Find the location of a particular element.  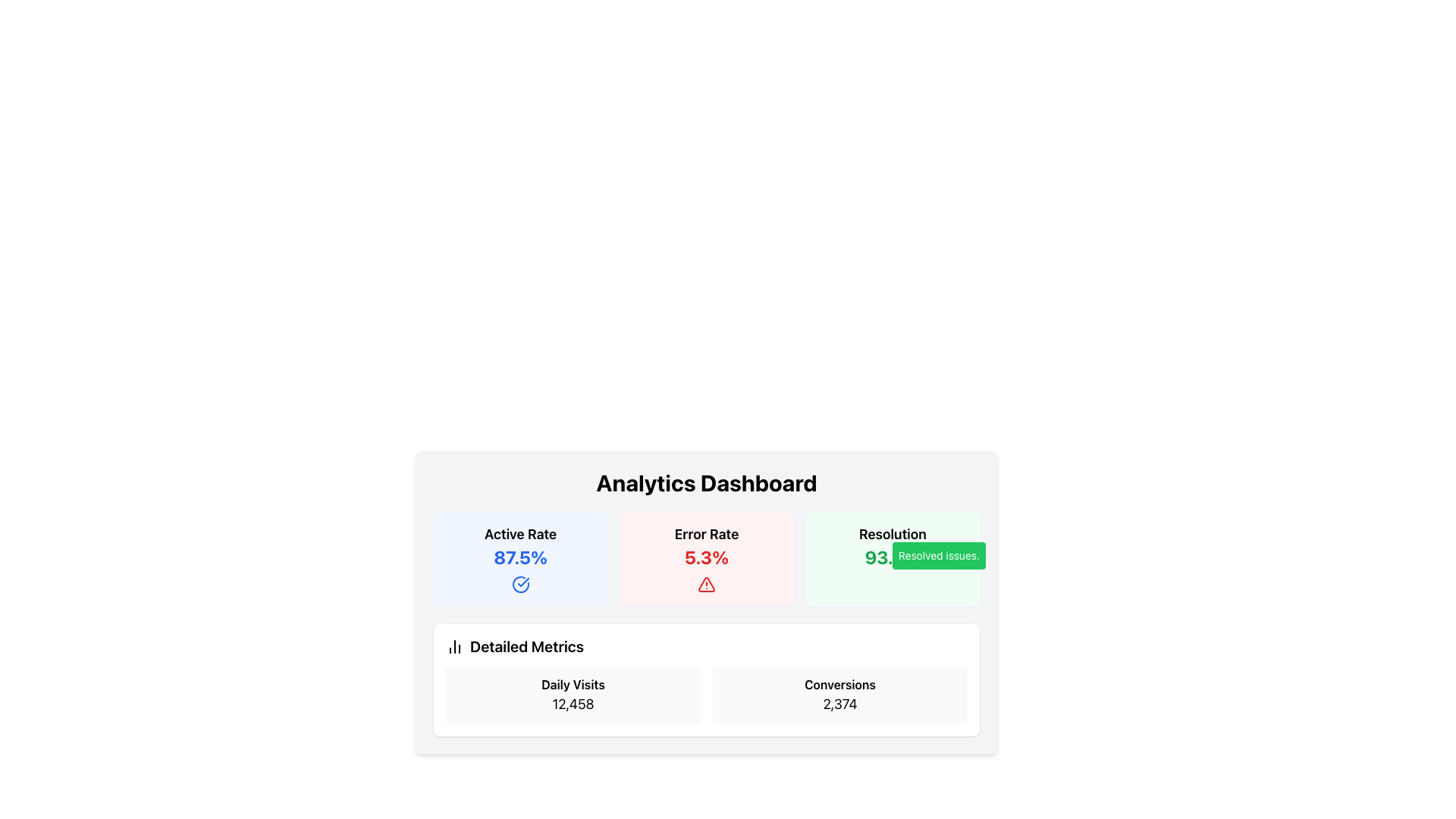

the content of the bold text label reading 'Resolution' located in the top section of the green card on the right side of the interface is located at coordinates (893, 534).